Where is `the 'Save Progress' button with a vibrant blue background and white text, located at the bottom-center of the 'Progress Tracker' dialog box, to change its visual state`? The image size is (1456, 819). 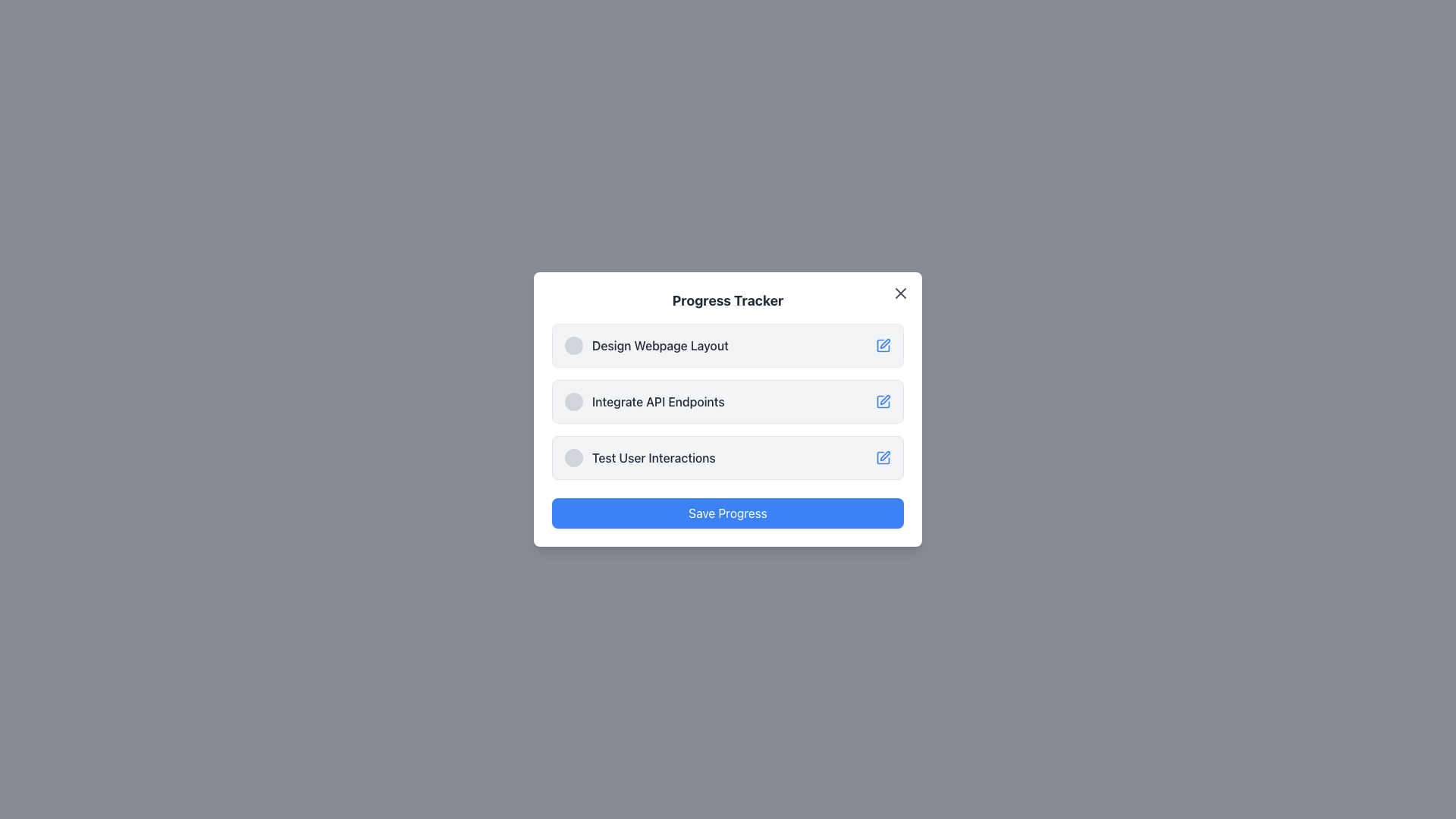
the 'Save Progress' button with a vibrant blue background and white text, located at the bottom-center of the 'Progress Tracker' dialog box, to change its visual state is located at coordinates (728, 513).